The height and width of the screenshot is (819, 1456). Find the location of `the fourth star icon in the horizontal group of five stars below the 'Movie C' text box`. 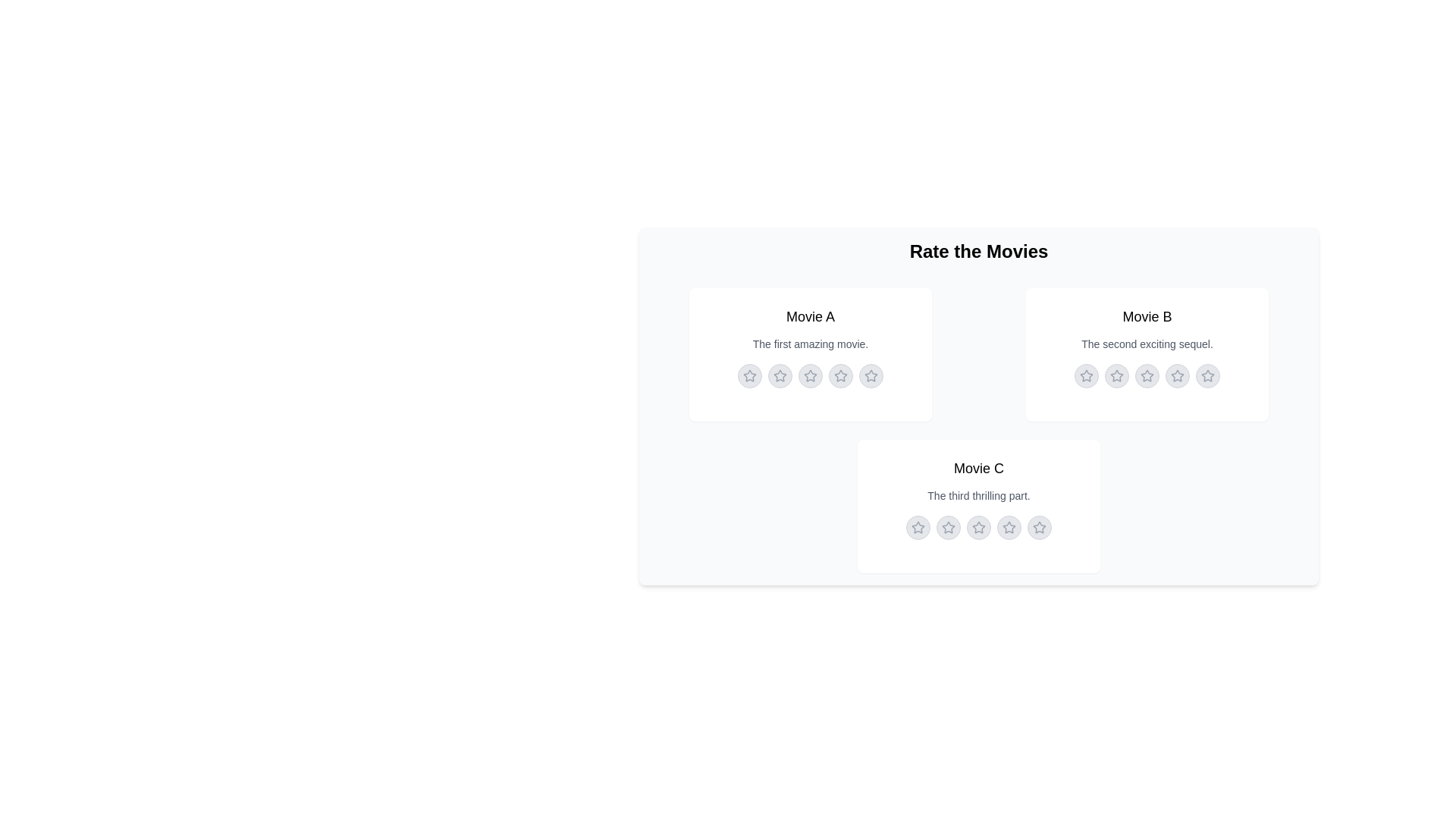

the fourth star icon in the horizontal group of five stars below the 'Movie C' text box is located at coordinates (1009, 526).